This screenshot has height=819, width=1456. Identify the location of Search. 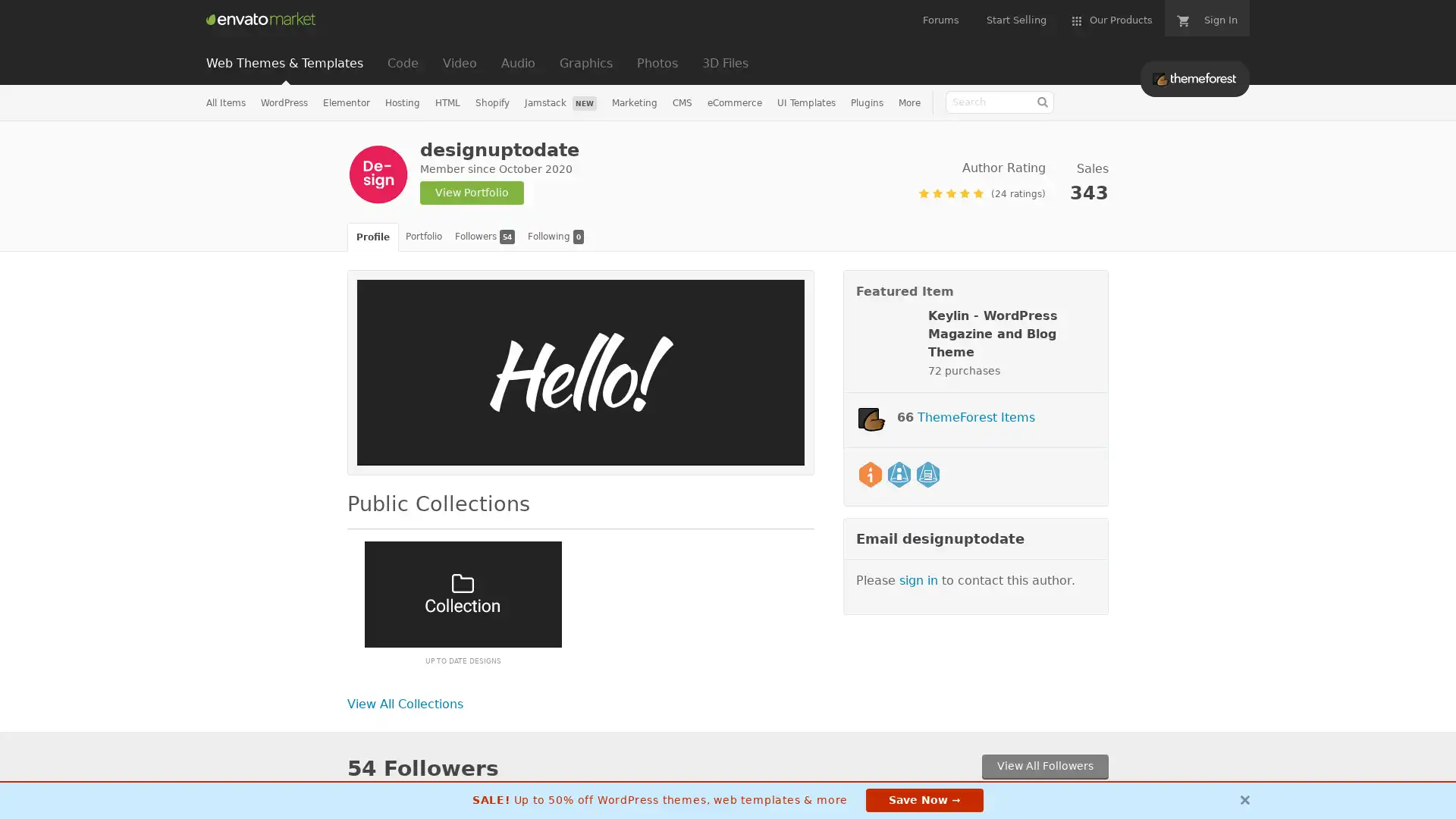
(1041, 102).